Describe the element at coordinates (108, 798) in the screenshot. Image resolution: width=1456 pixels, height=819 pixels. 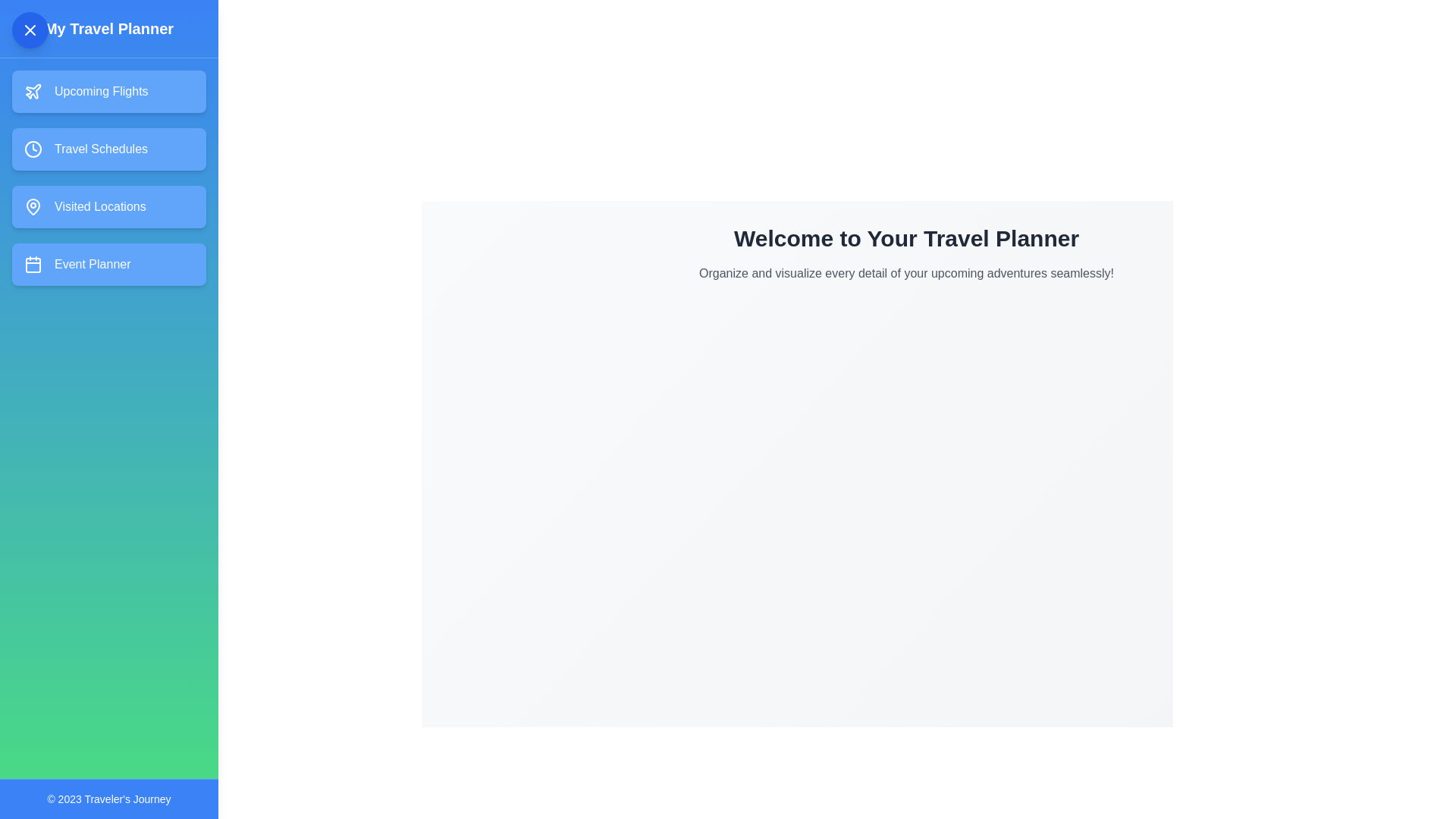
I see `the text label that reads '© 2023 Traveler's Journey', which is located in the footer area with a blue background` at that location.